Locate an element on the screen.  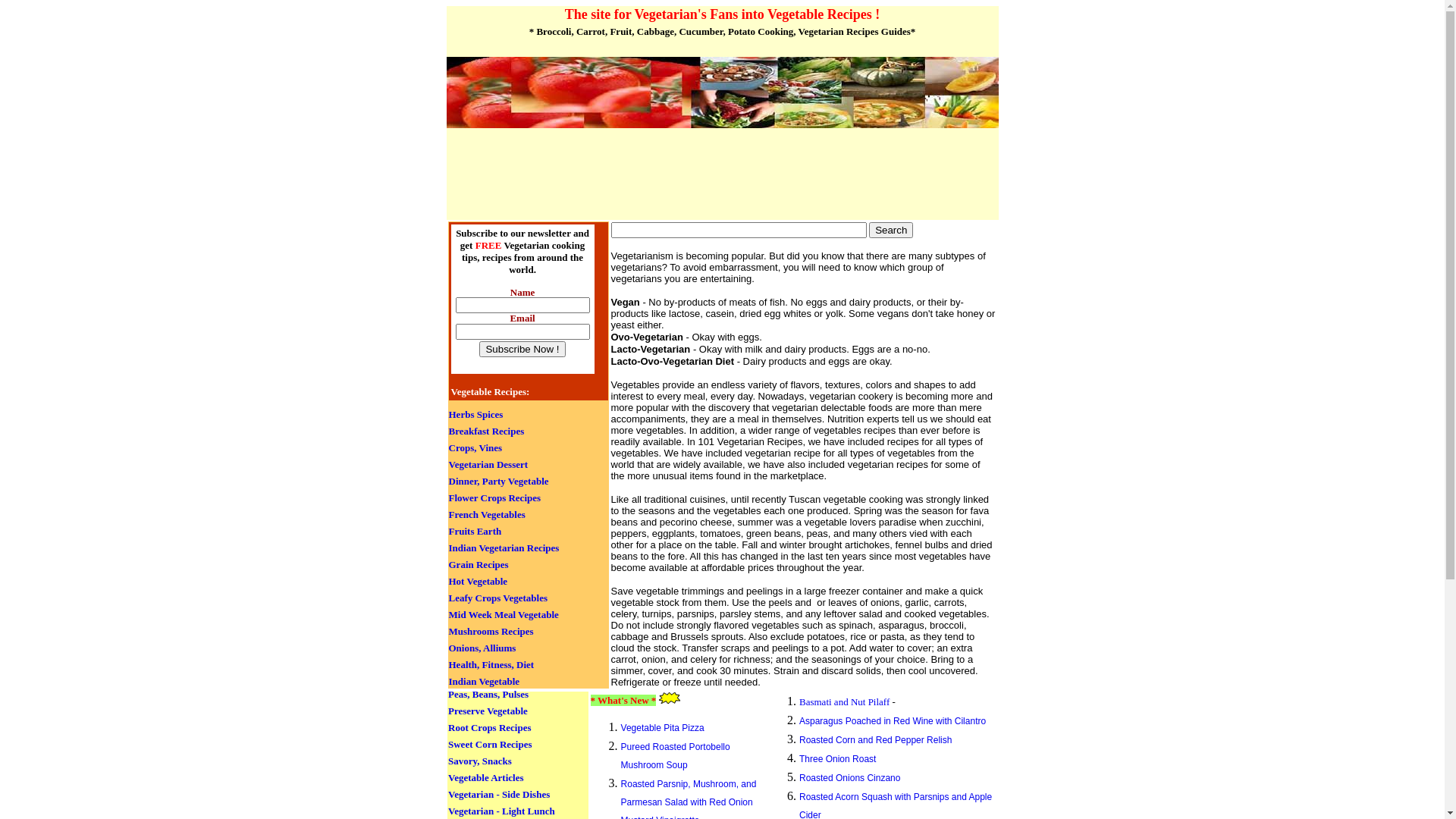
'Advertisement' is located at coordinates (626, 175).